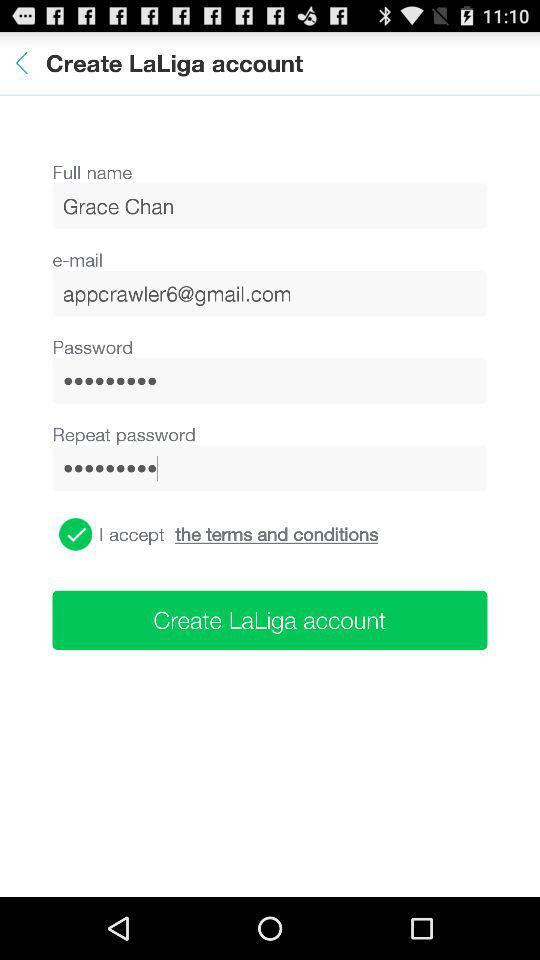  What do you see at coordinates (270, 292) in the screenshot?
I see `item above the password icon` at bounding box center [270, 292].